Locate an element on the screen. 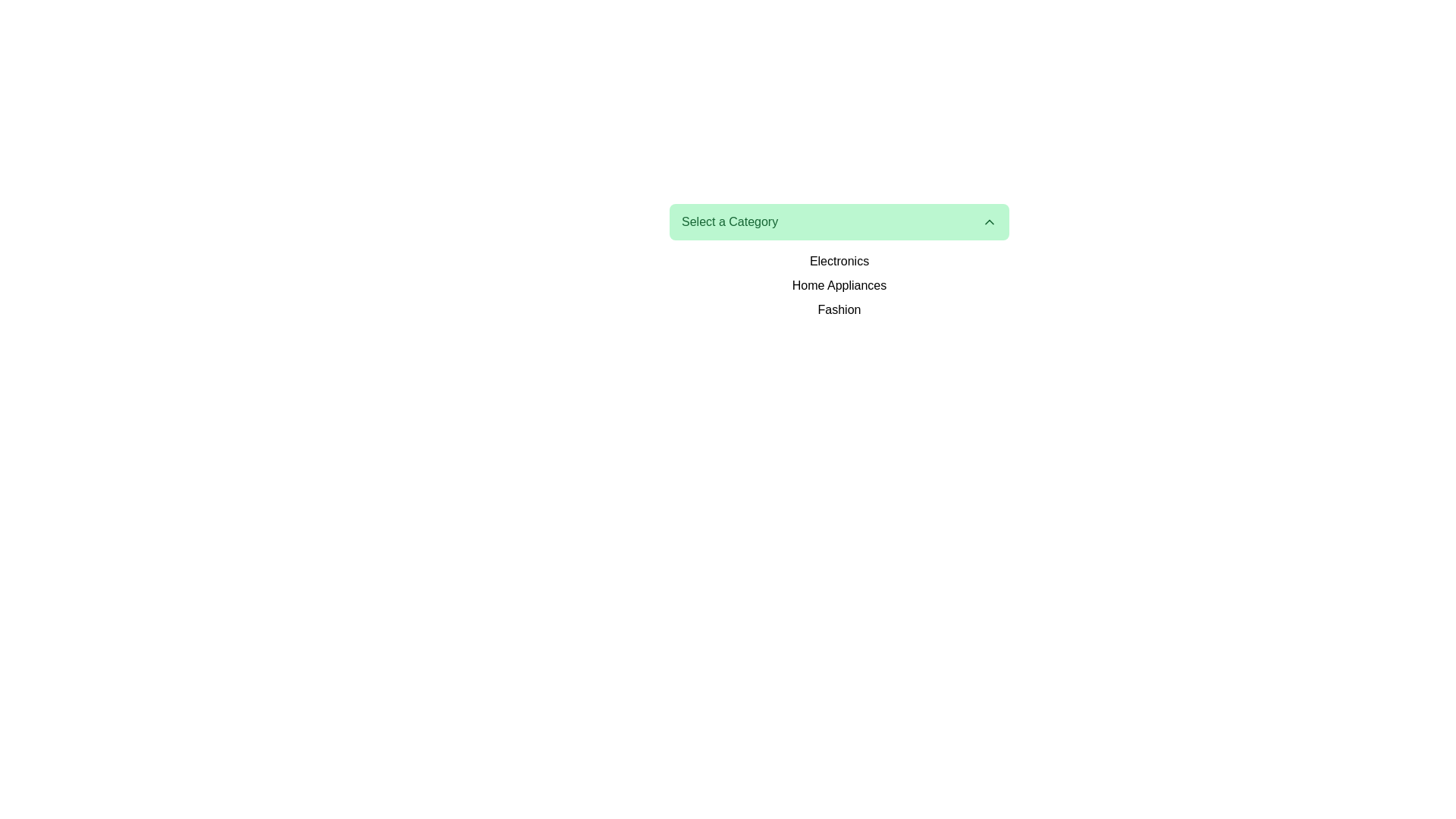  the first text-based list item displaying 'Electronics' under the green header 'Select a Category' is located at coordinates (839, 260).